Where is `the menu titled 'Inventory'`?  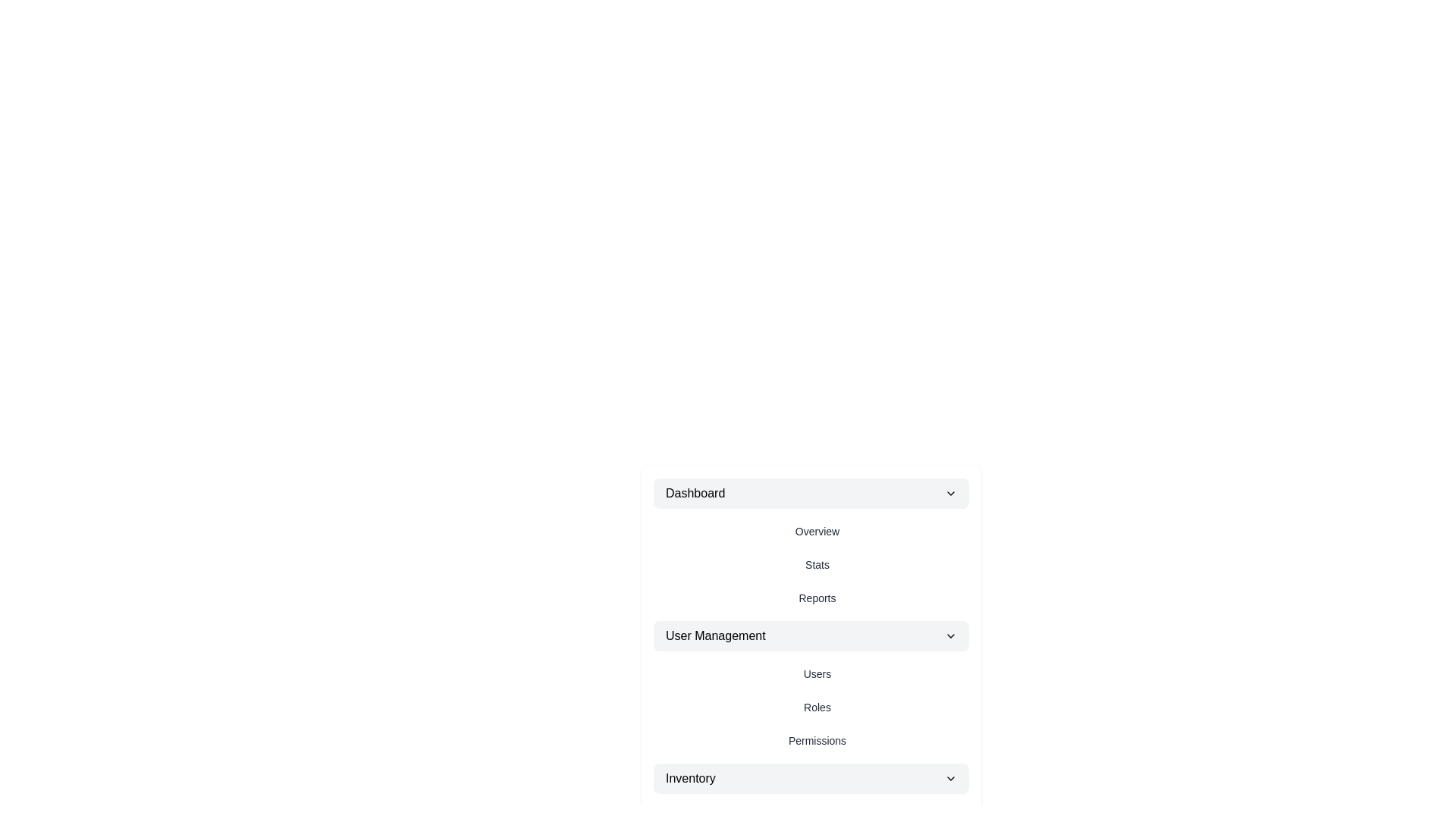
the menu titled 'Inventory' is located at coordinates (811, 778).